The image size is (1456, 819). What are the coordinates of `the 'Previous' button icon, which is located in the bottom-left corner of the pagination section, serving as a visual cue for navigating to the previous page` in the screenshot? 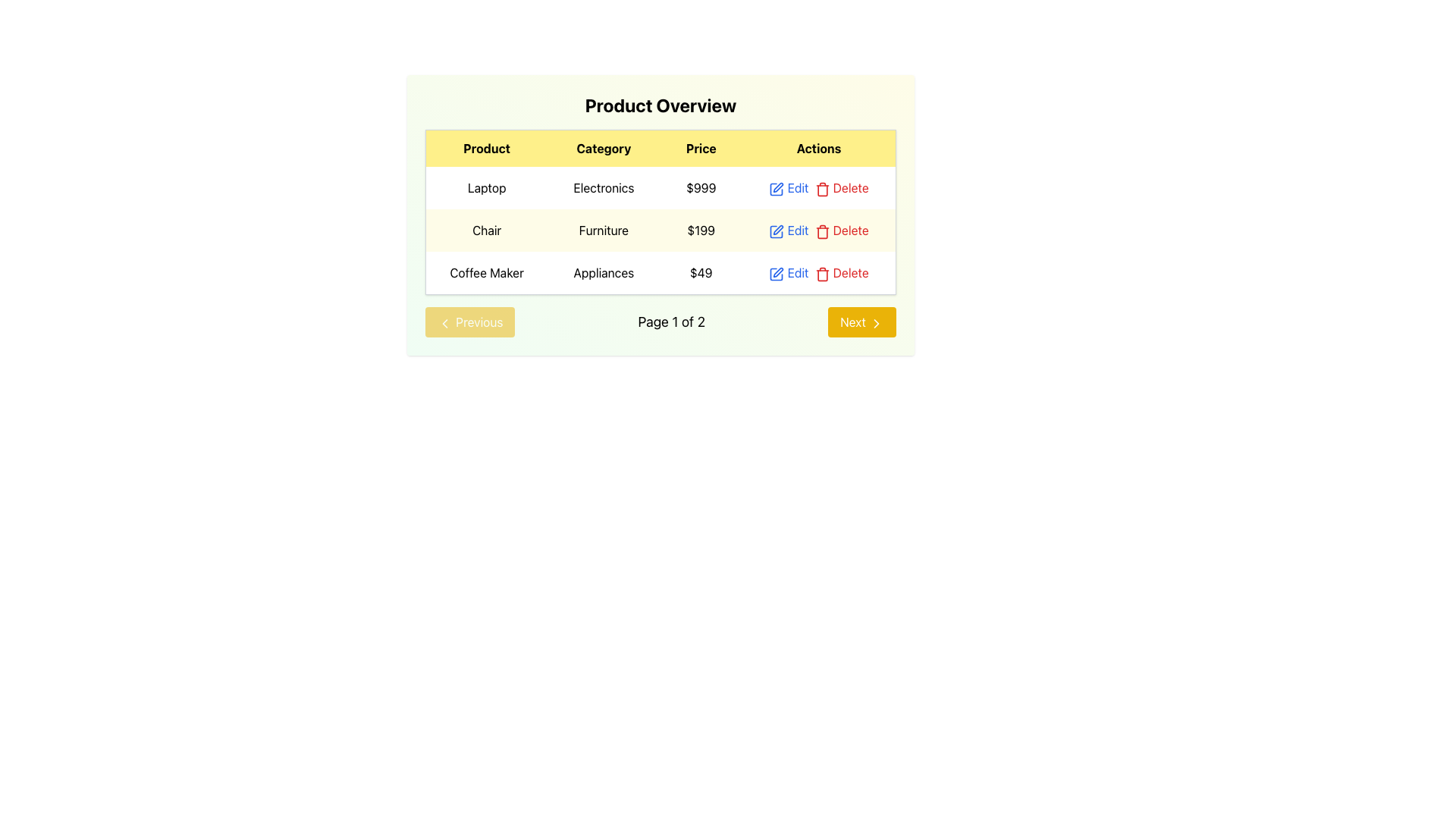 It's located at (444, 322).